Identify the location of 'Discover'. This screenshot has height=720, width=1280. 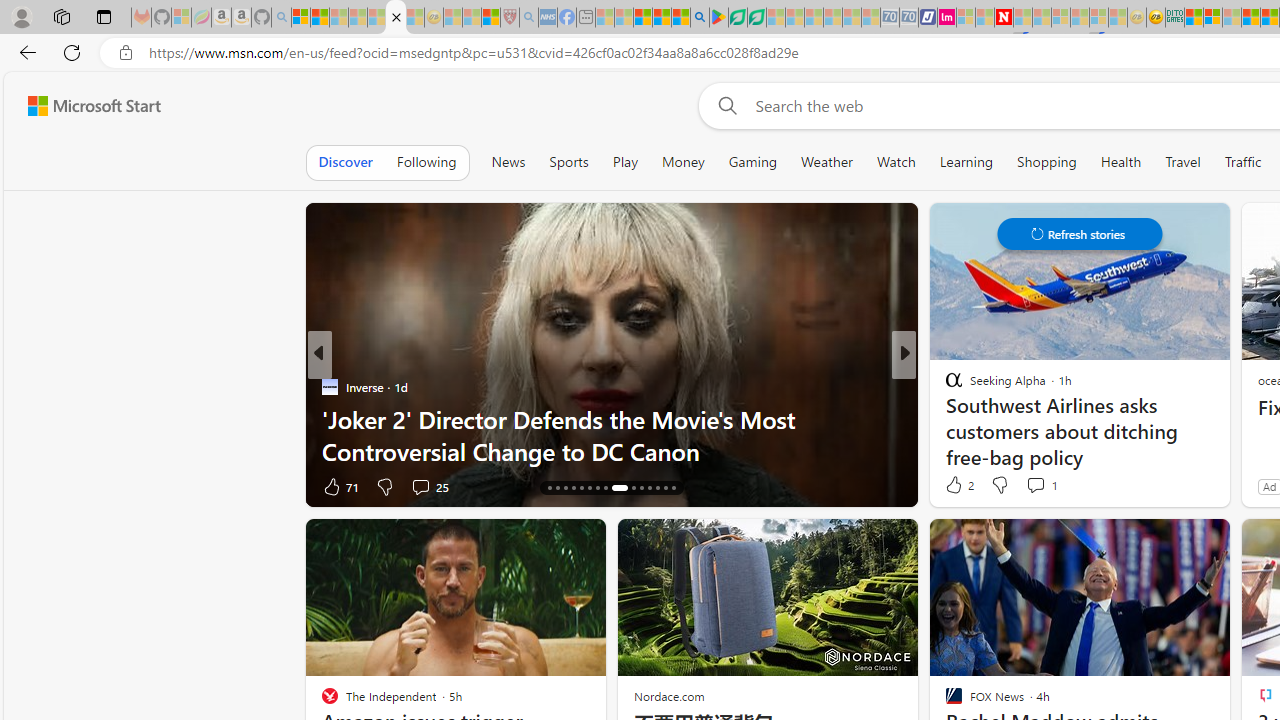
(345, 161).